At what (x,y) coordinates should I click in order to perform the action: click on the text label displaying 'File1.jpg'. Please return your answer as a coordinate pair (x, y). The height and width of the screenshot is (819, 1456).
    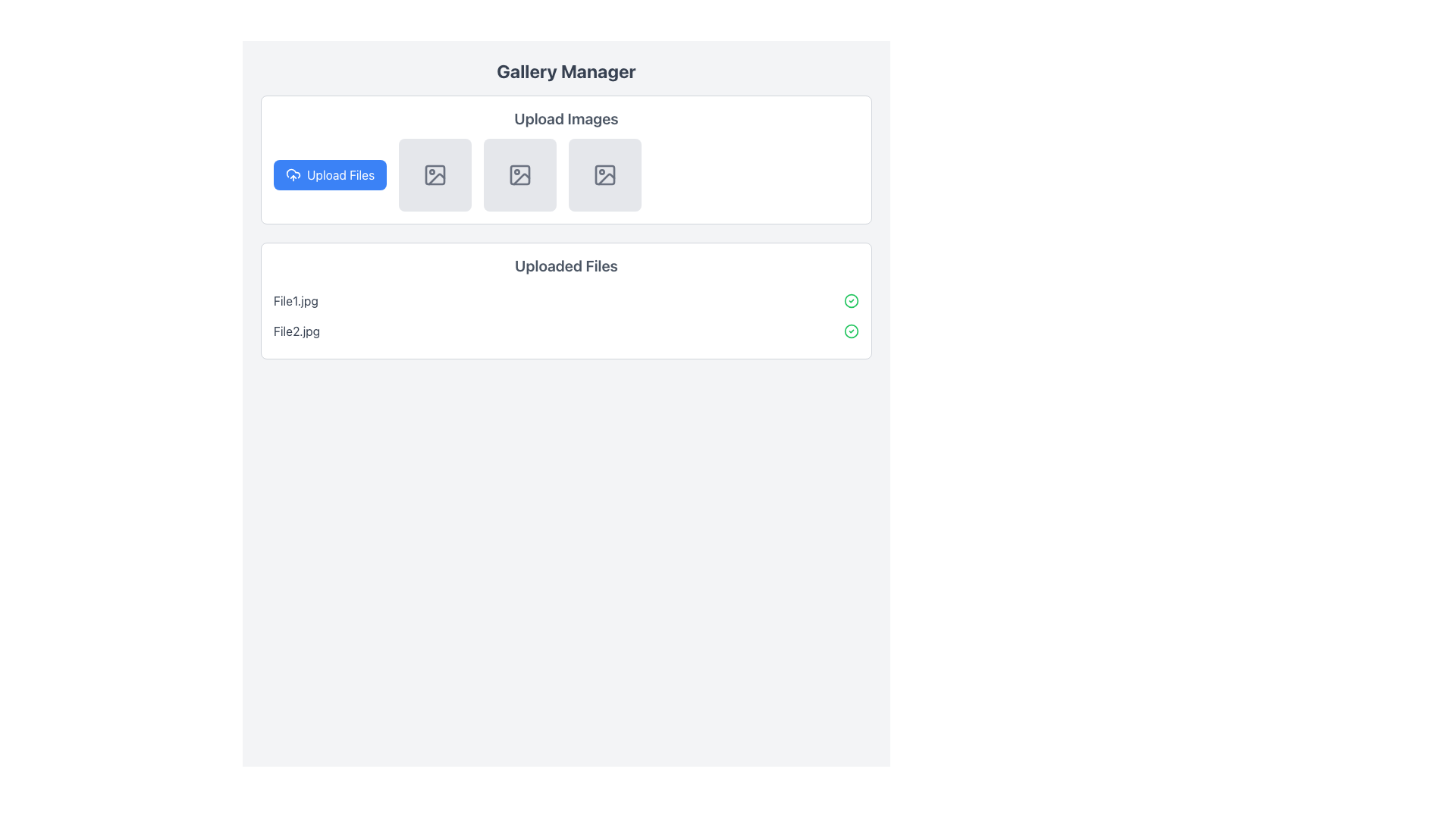
    Looking at the image, I should click on (296, 301).